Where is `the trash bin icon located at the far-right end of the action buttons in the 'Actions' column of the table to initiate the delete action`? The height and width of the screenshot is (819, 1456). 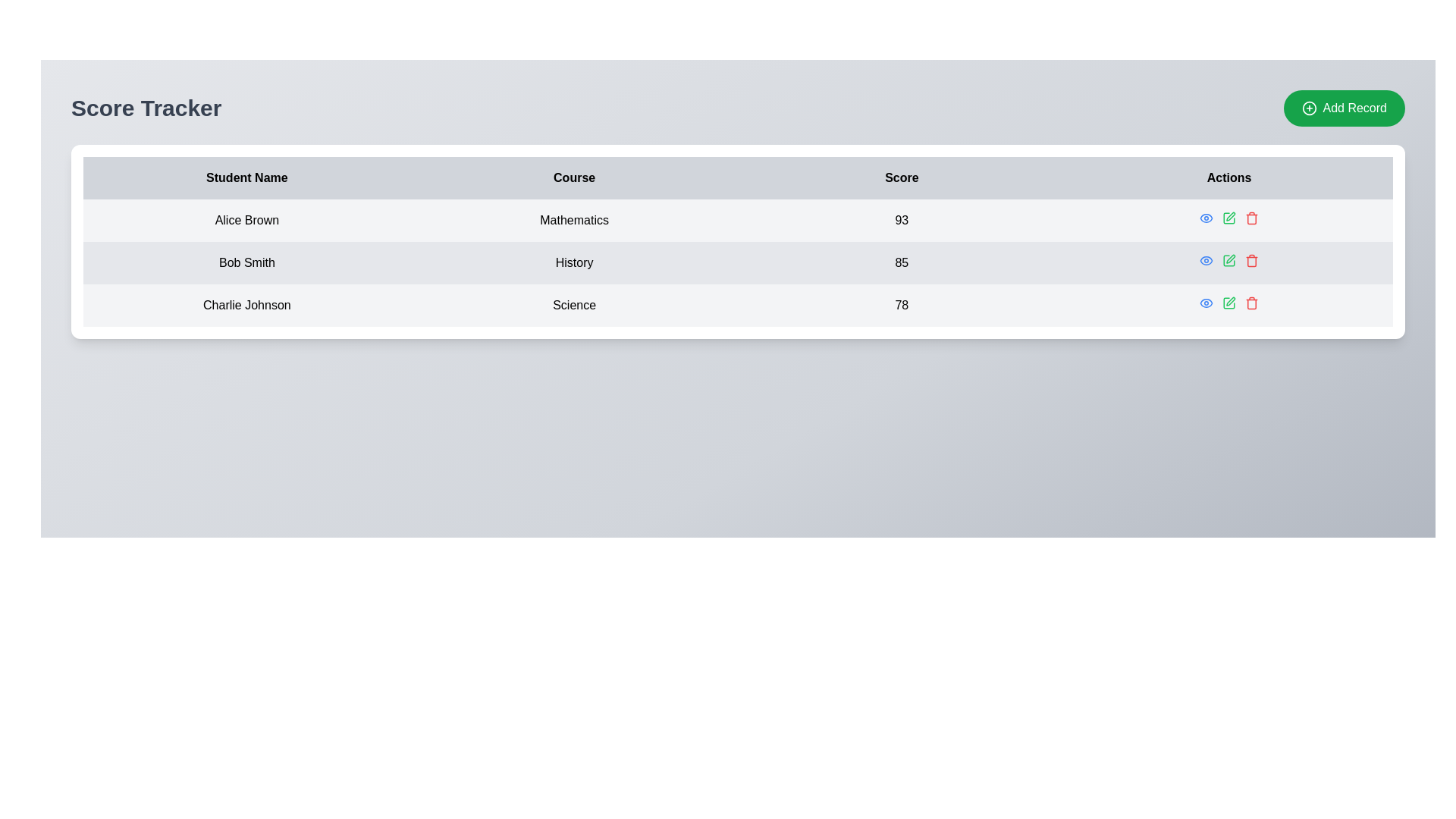
the trash bin icon located at the far-right end of the action buttons in the 'Actions' column of the table to initiate the delete action is located at coordinates (1252, 218).